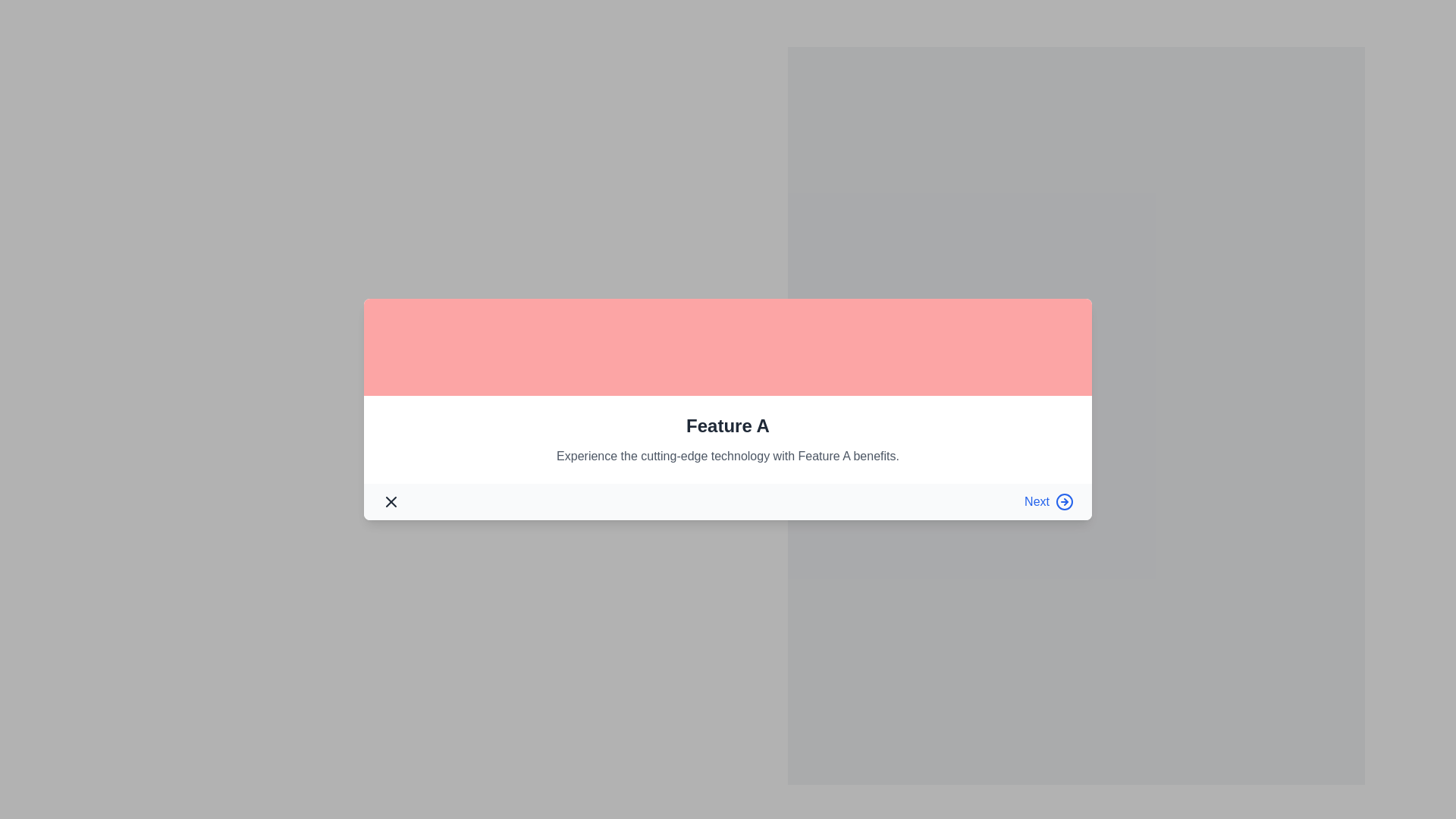 Image resolution: width=1456 pixels, height=819 pixels. Describe the element at coordinates (1048, 502) in the screenshot. I see `the 'Next' button` at that location.